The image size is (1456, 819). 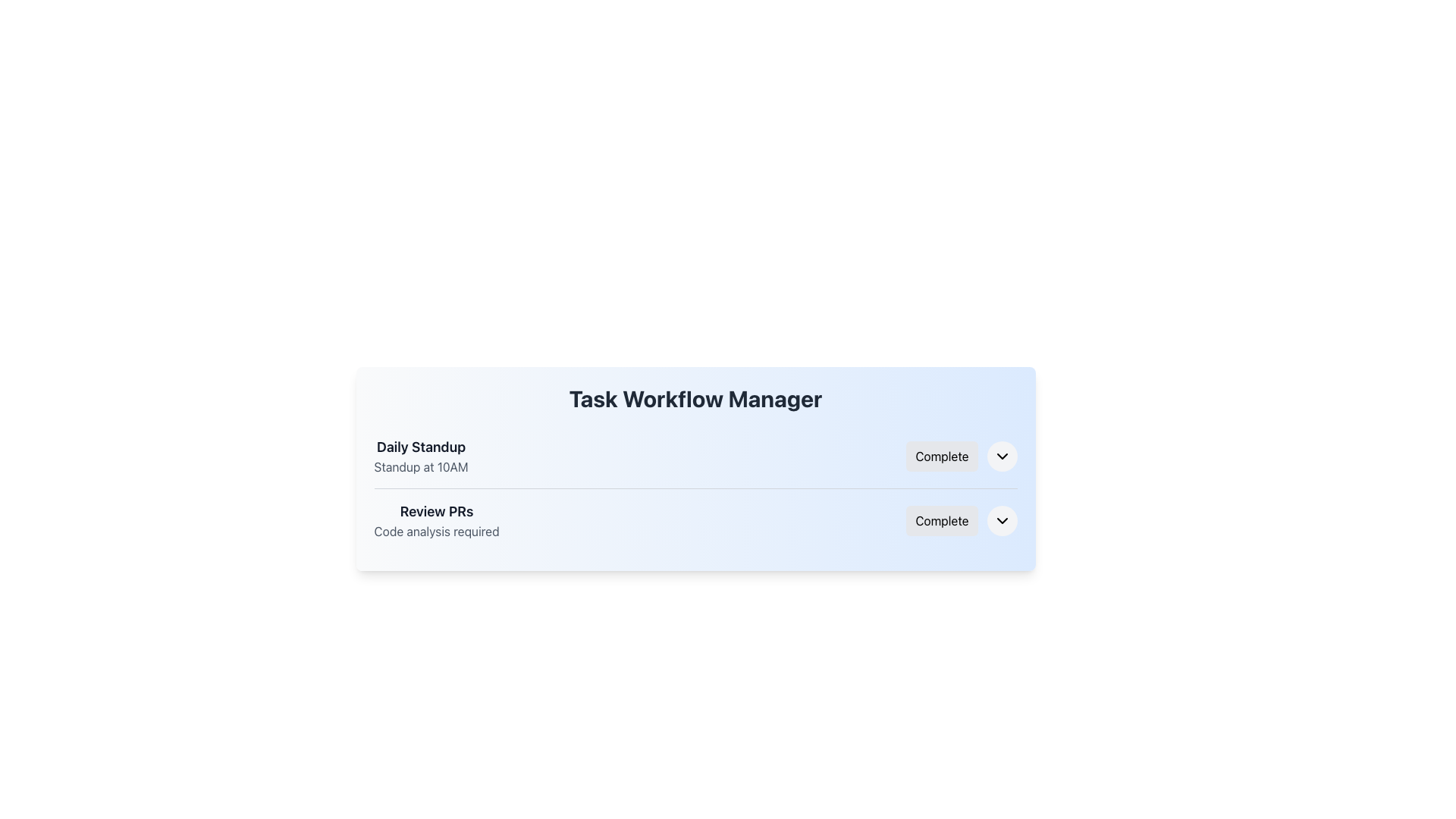 I want to click on the 'Complete' button with a gray background and rounded corners located on the right side of the 'Daily Standup' row, so click(x=941, y=455).